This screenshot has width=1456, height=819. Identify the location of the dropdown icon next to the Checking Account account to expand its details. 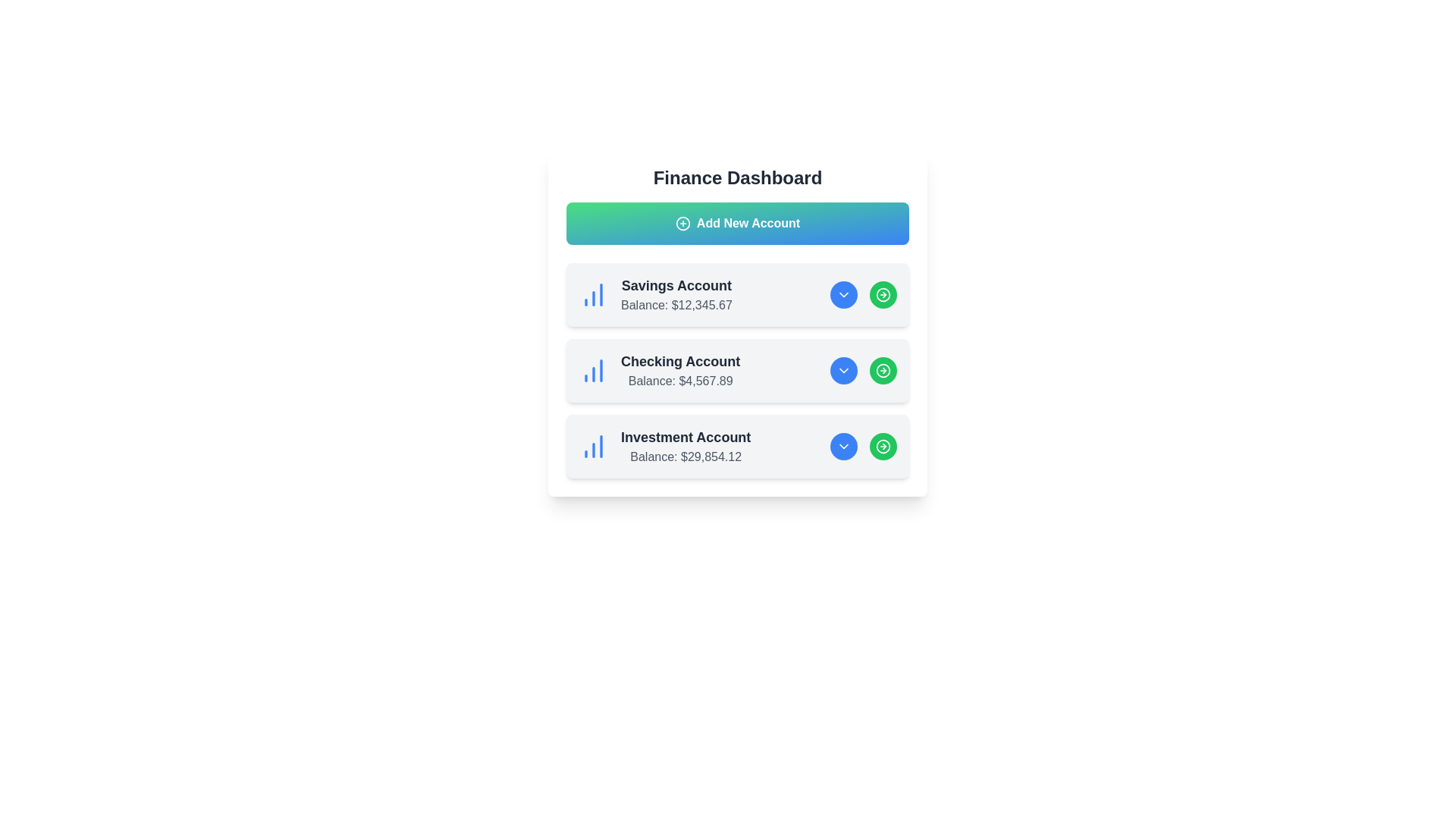
(843, 371).